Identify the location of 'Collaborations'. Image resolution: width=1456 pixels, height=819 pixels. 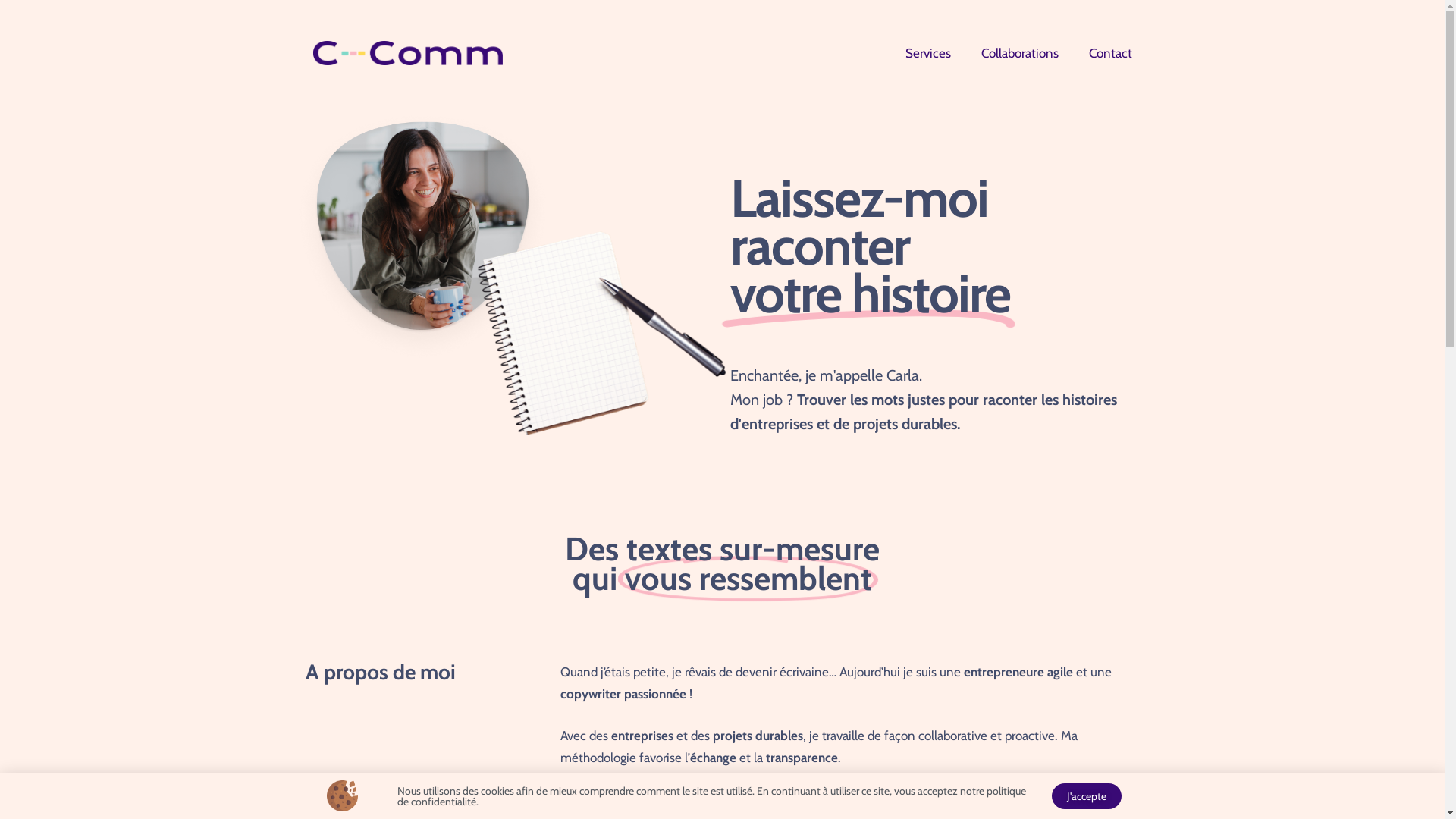
(965, 52).